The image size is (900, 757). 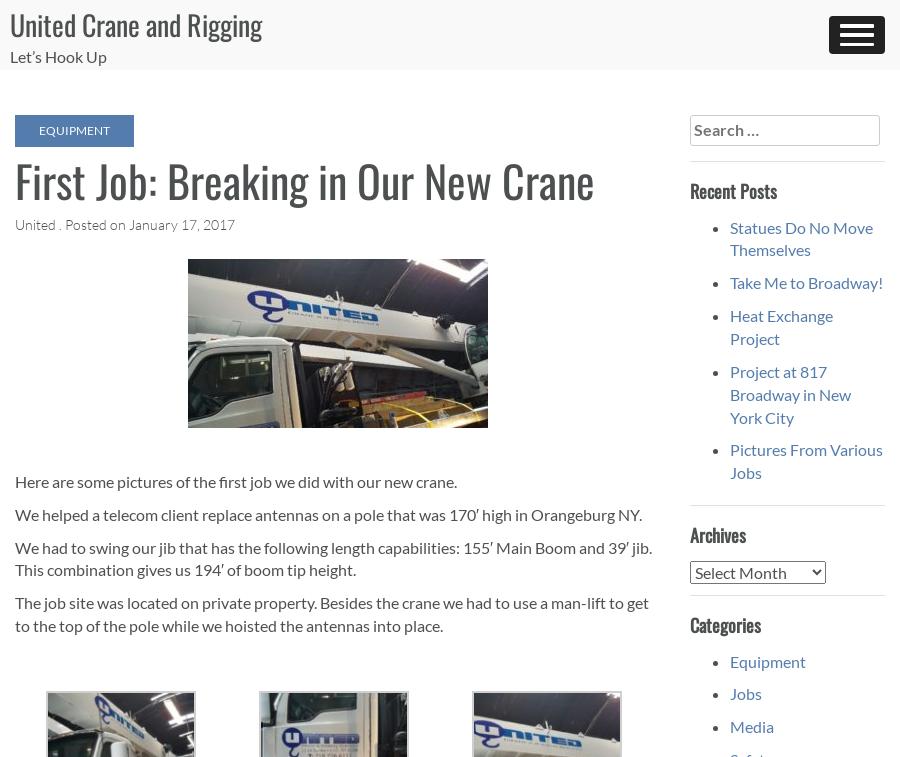 I want to click on 'We had to swing our jib that has the following length capabilities: 155′ Main Boom and 39′ jib. This combination gives us 194′ of boom tip height.', so click(x=332, y=557).